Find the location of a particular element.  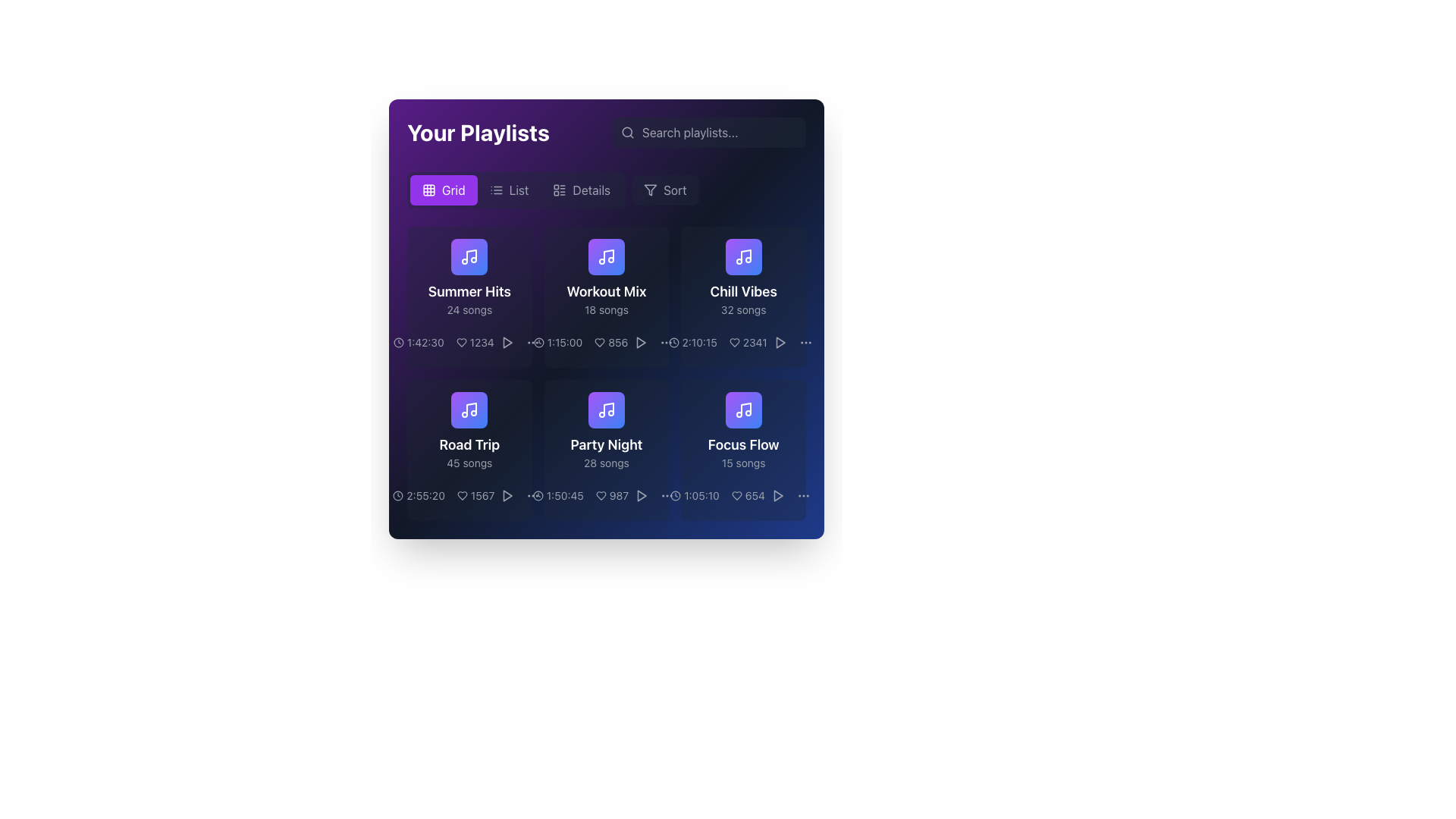

the text label displaying '28 songs' located beneath the title 'Party Night' in the playlist card is located at coordinates (607, 462).